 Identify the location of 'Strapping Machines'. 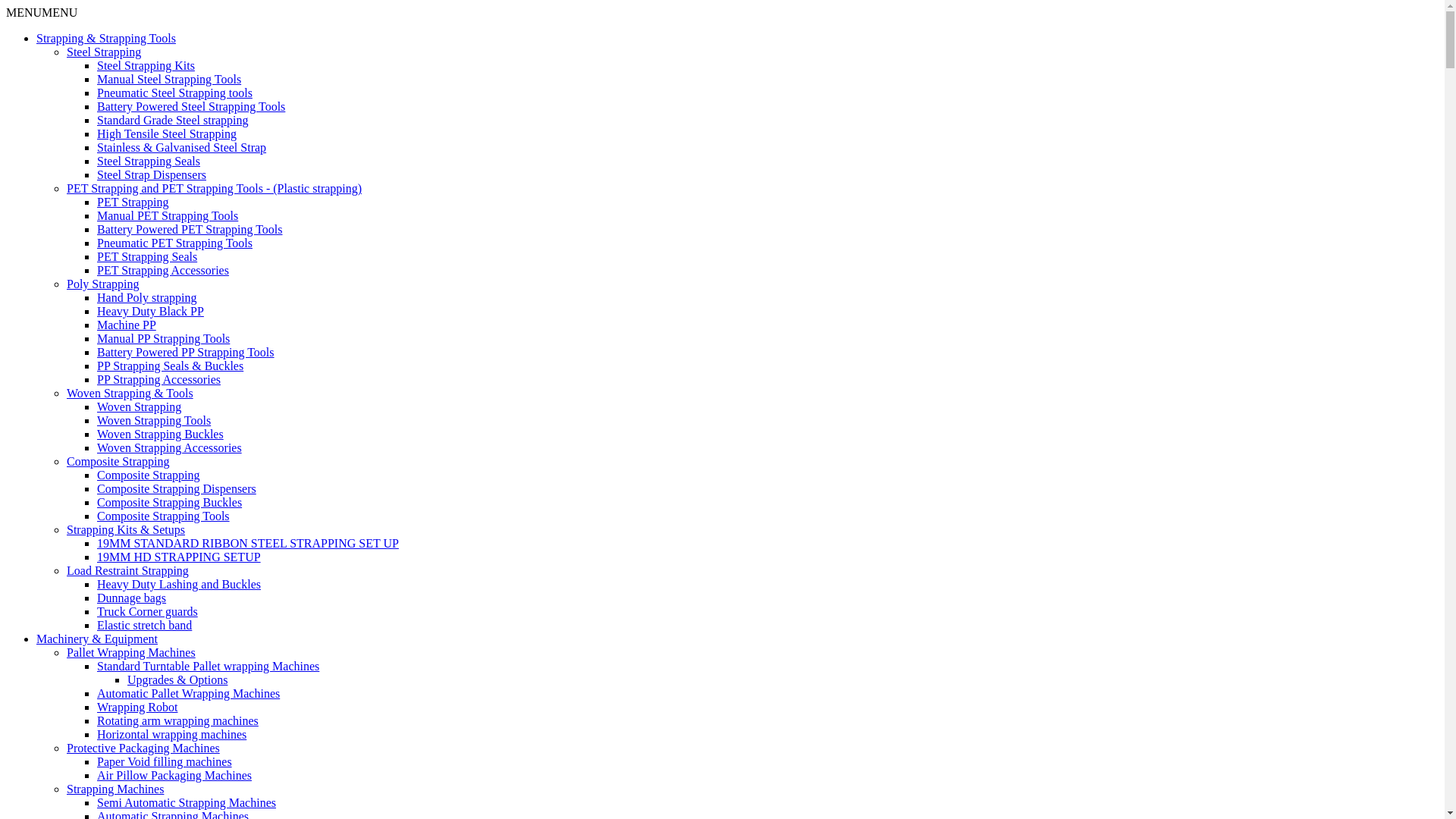
(65, 788).